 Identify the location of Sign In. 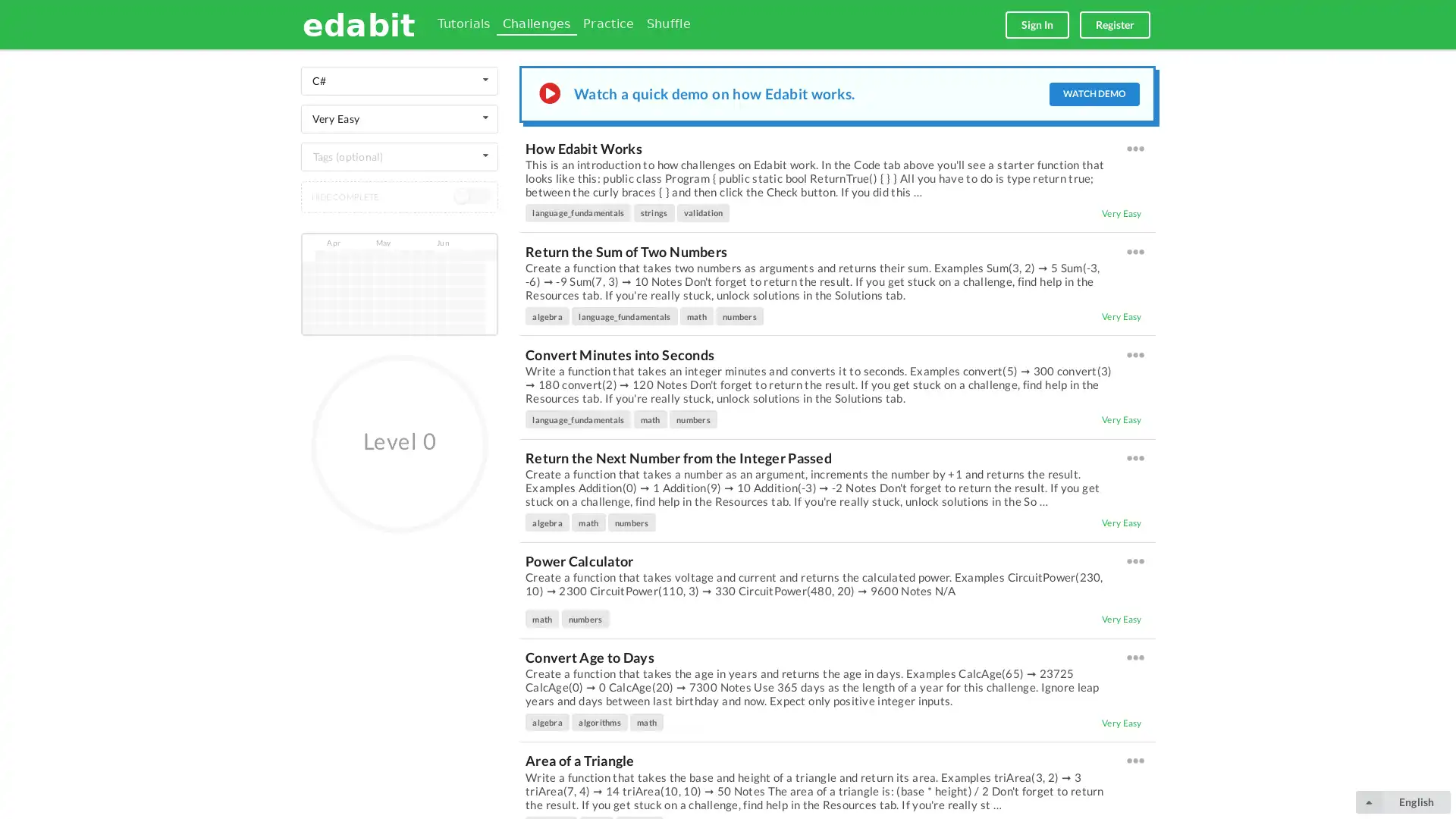
(1036, 24).